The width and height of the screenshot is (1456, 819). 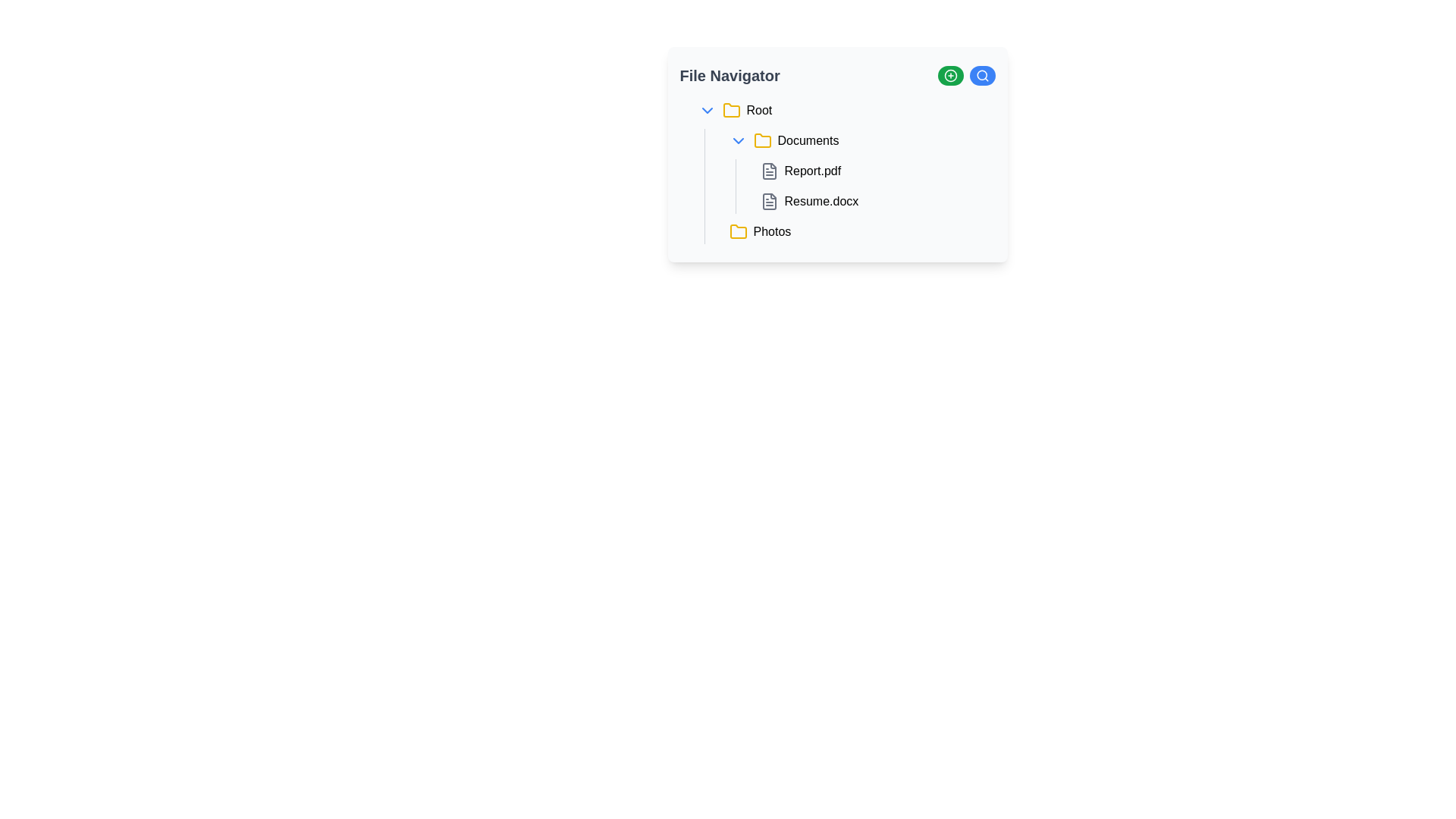 I want to click on the 'Resume.docx' icon in the 'Documents' folder of the 'File Navigator', so click(x=769, y=201).